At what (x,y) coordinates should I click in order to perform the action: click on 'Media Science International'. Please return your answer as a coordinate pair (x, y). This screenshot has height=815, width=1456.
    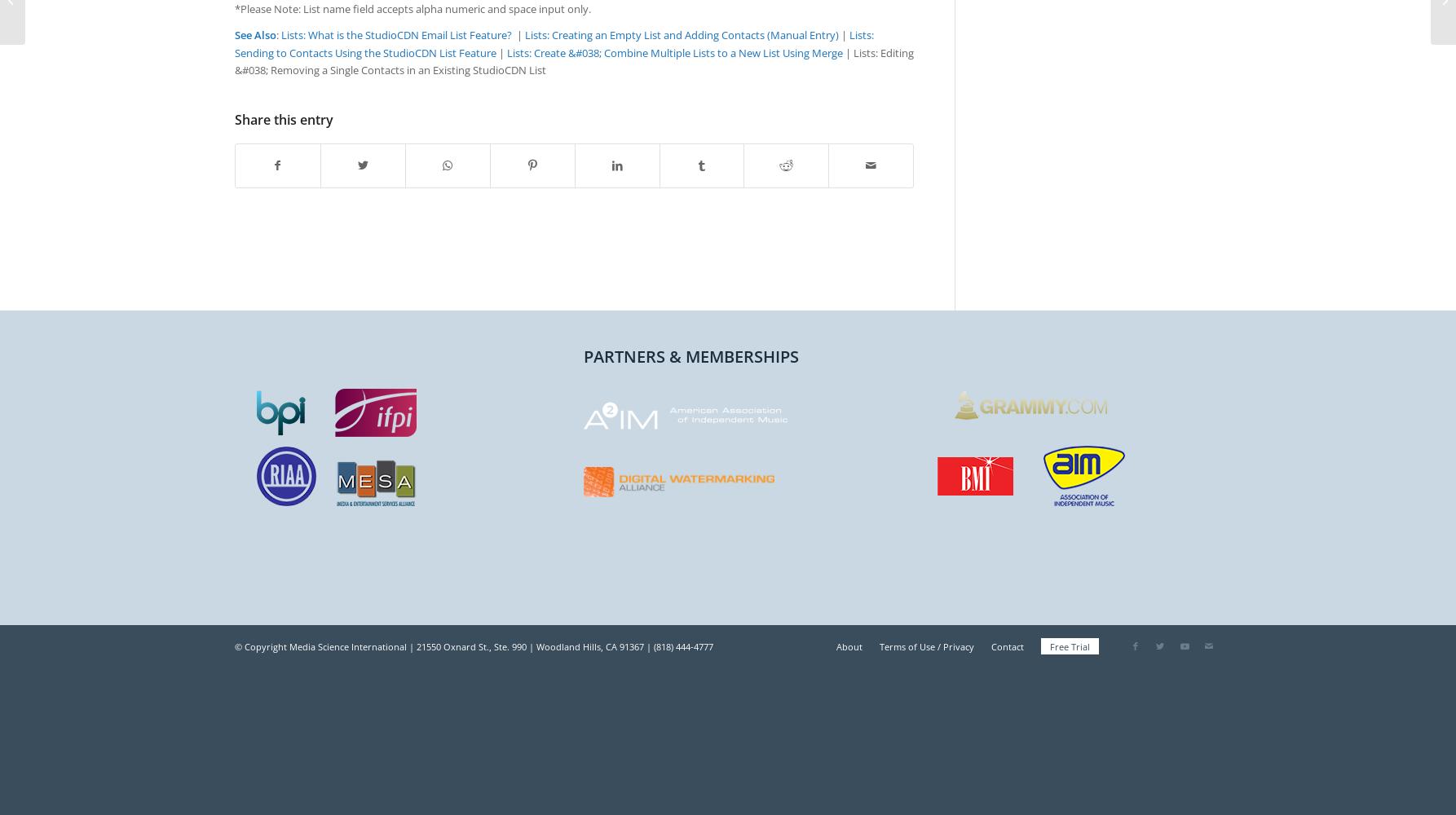
    Looking at the image, I should click on (348, 646).